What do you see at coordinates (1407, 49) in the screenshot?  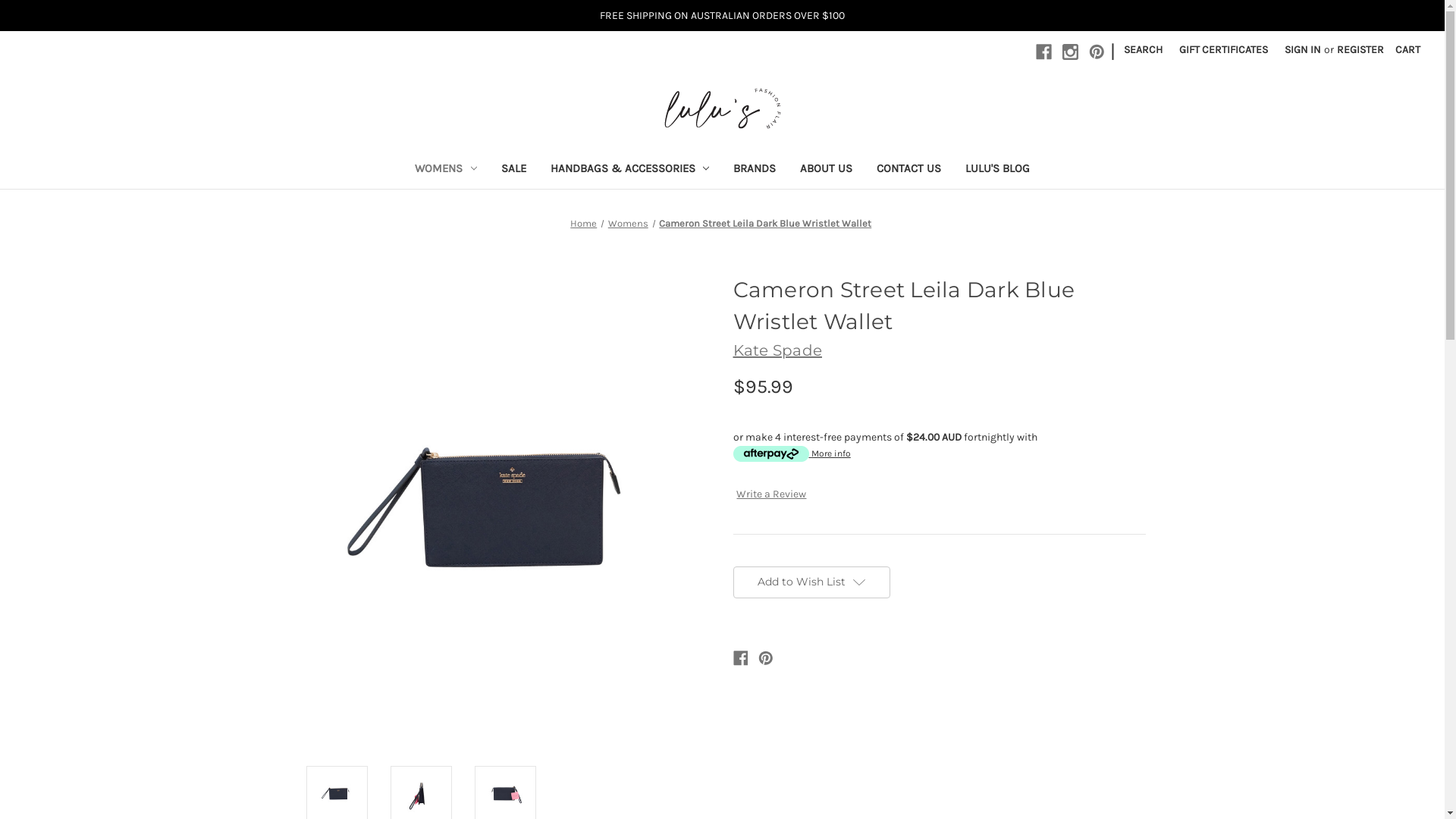 I see `'CART'` at bounding box center [1407, 49].